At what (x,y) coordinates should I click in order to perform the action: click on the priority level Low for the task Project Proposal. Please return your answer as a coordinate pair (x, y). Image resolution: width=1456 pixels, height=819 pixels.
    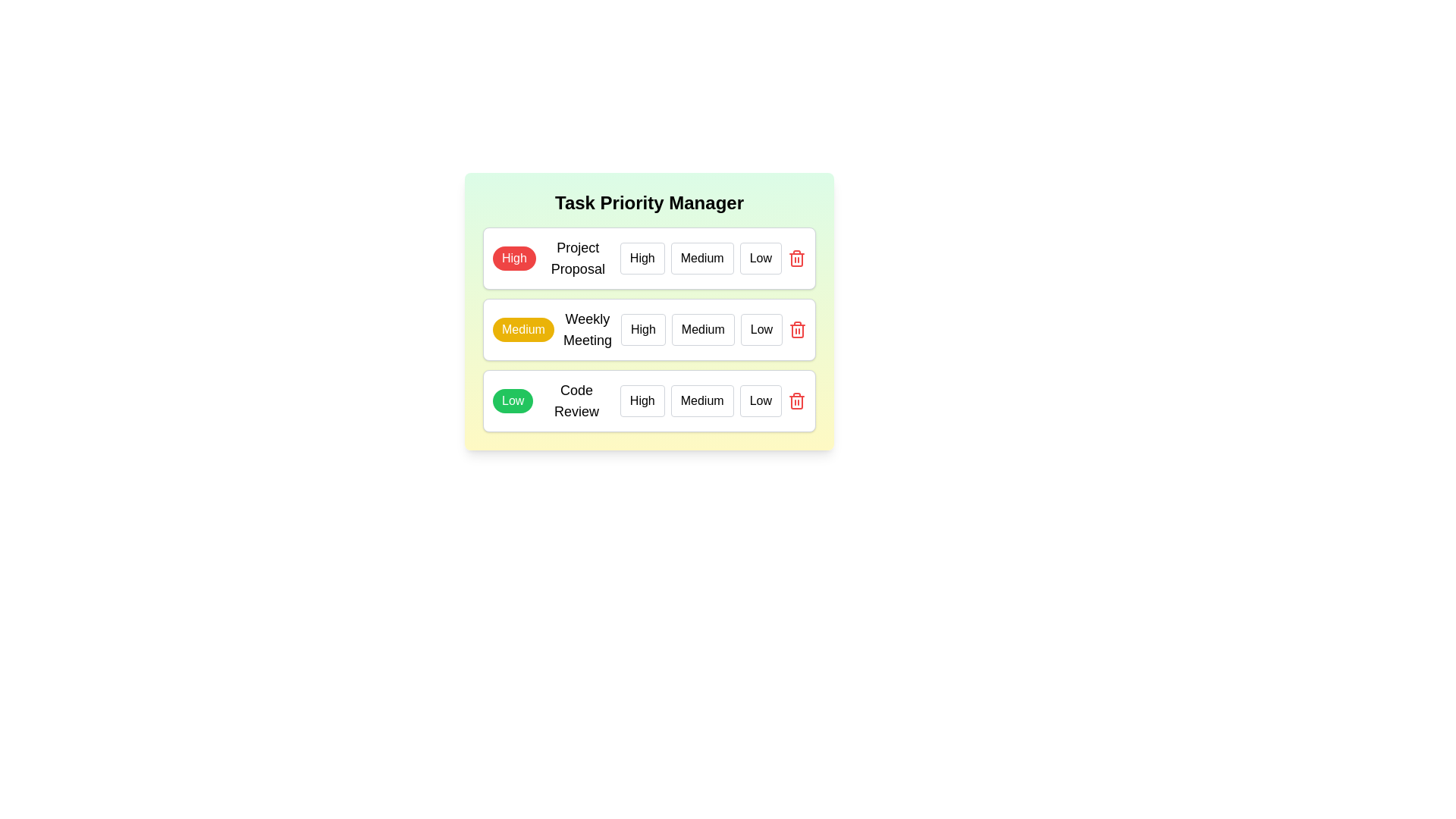
    Looking at the image, I should click on (761, 257).